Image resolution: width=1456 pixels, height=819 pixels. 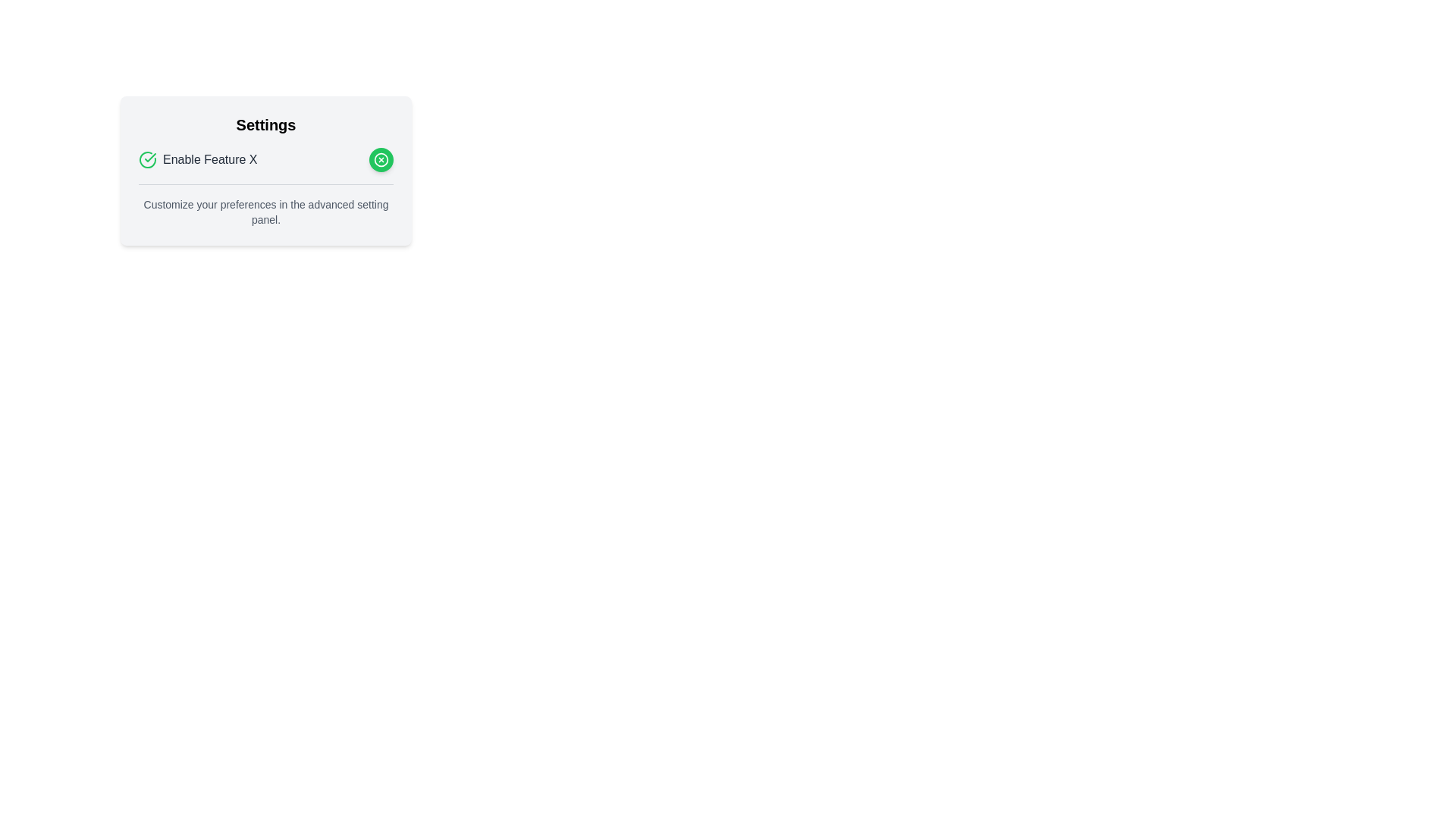 What do you see at coordinates (381, 160) in the screenshot?
I see `the circular green button with a white cross icon, located at the right end of the row containing the text 'Enable Feature X'` at bounding box center [381, 160].